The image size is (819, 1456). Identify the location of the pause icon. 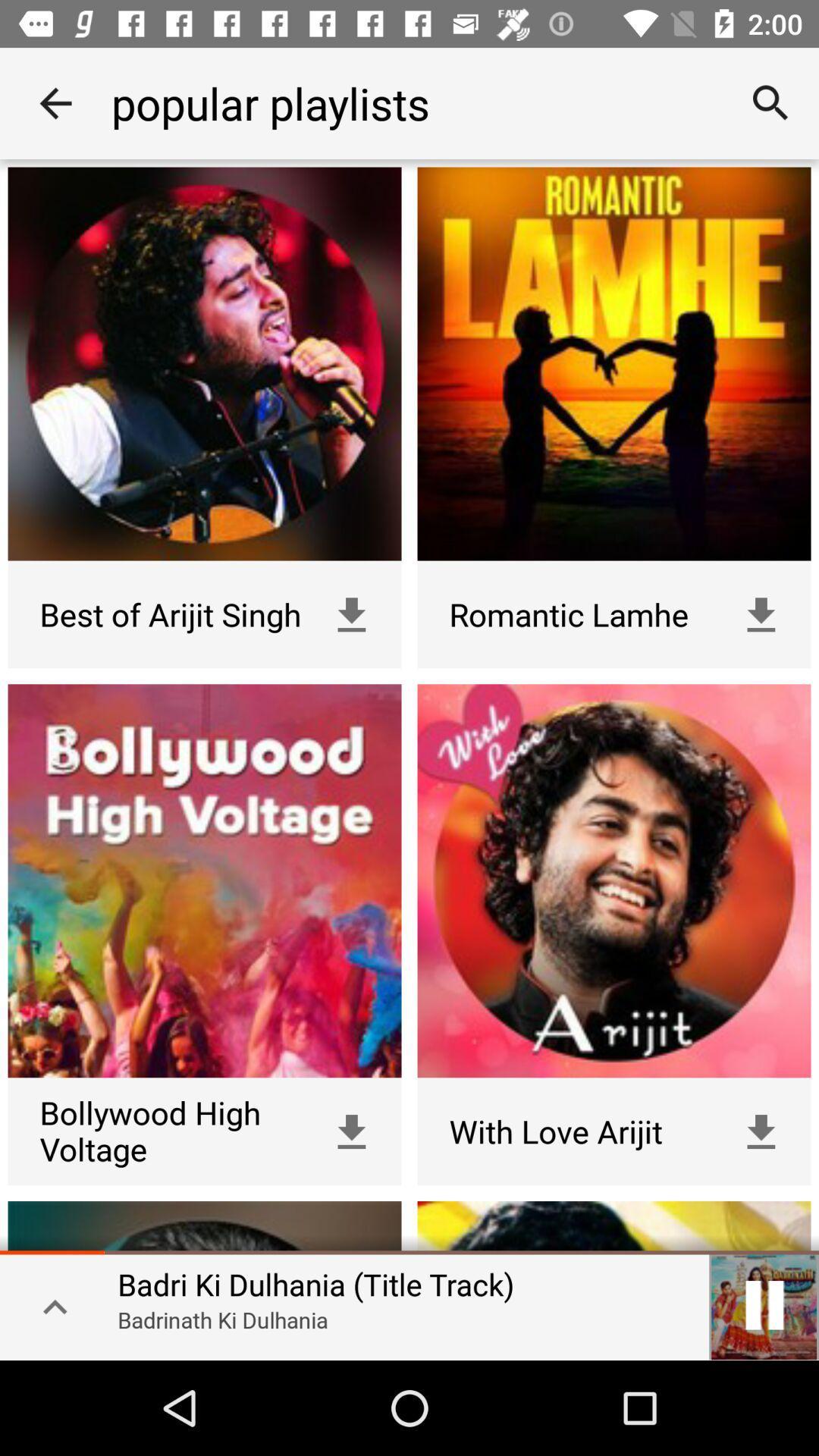
(764, 1304).